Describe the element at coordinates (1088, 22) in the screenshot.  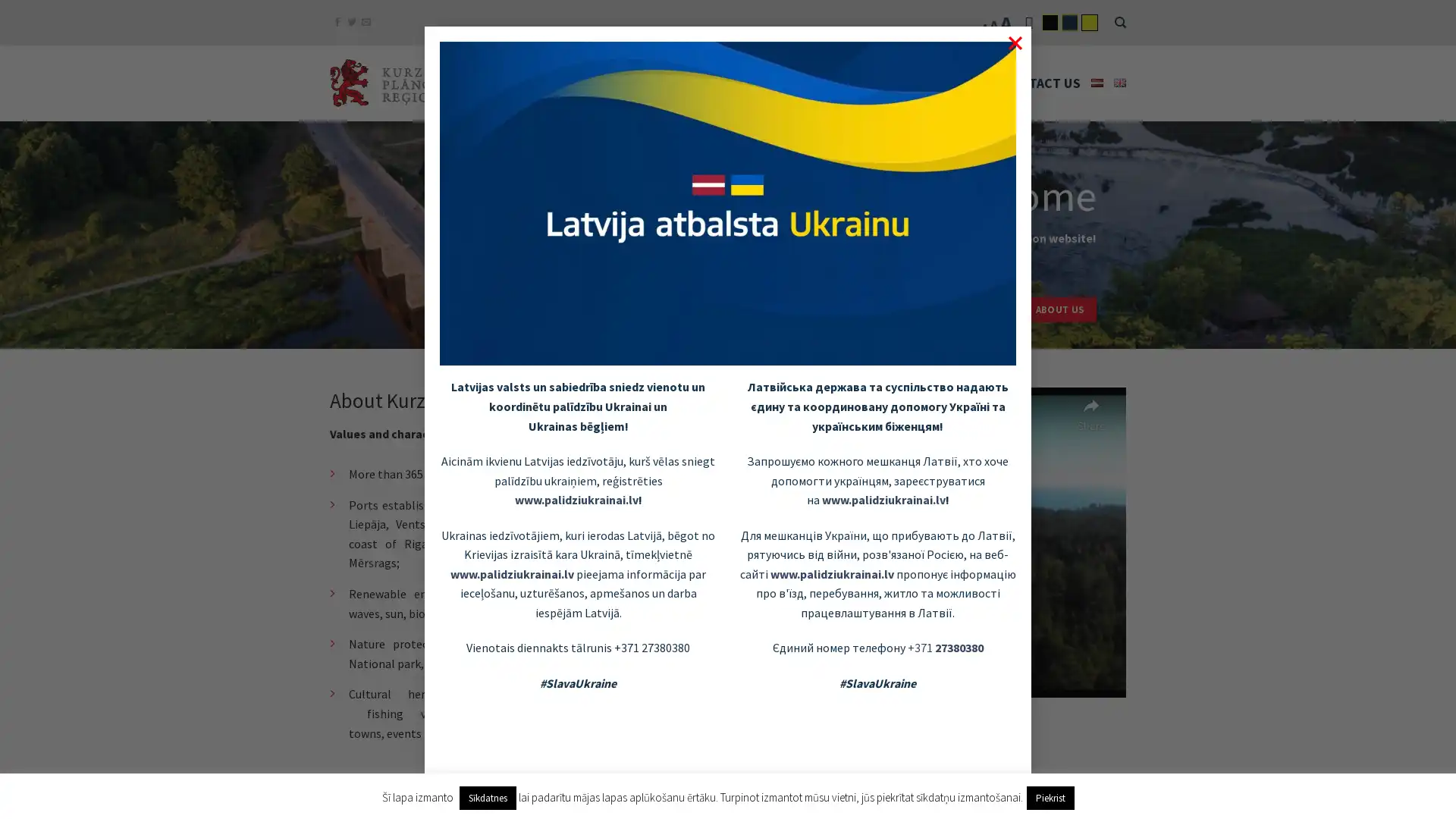
I see `flatsome-yelow` at that location.